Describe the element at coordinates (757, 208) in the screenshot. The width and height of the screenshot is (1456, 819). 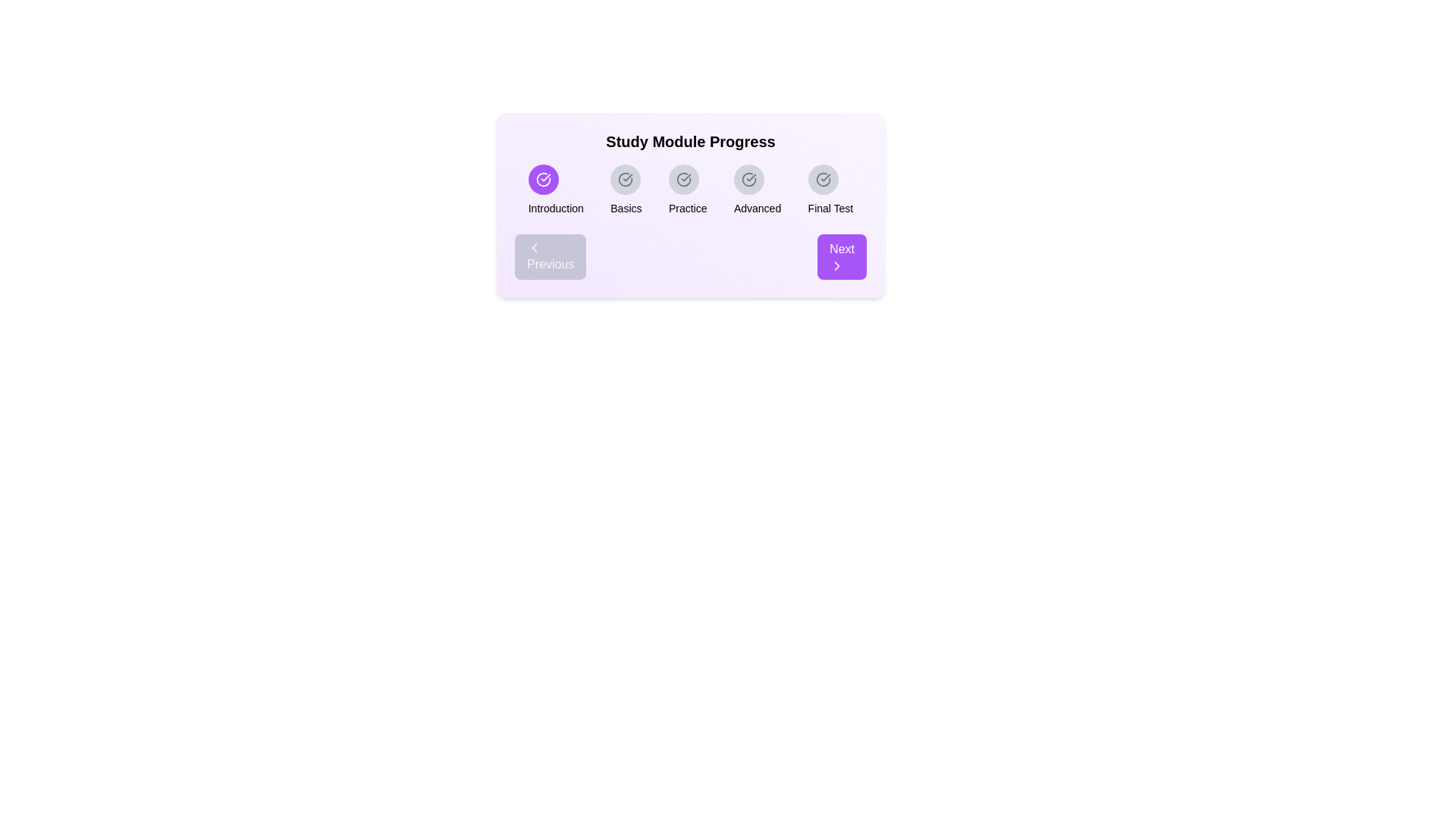
I see `the text label indicating the fourth progress stage in the 'Study Module Progress' component` at that location.